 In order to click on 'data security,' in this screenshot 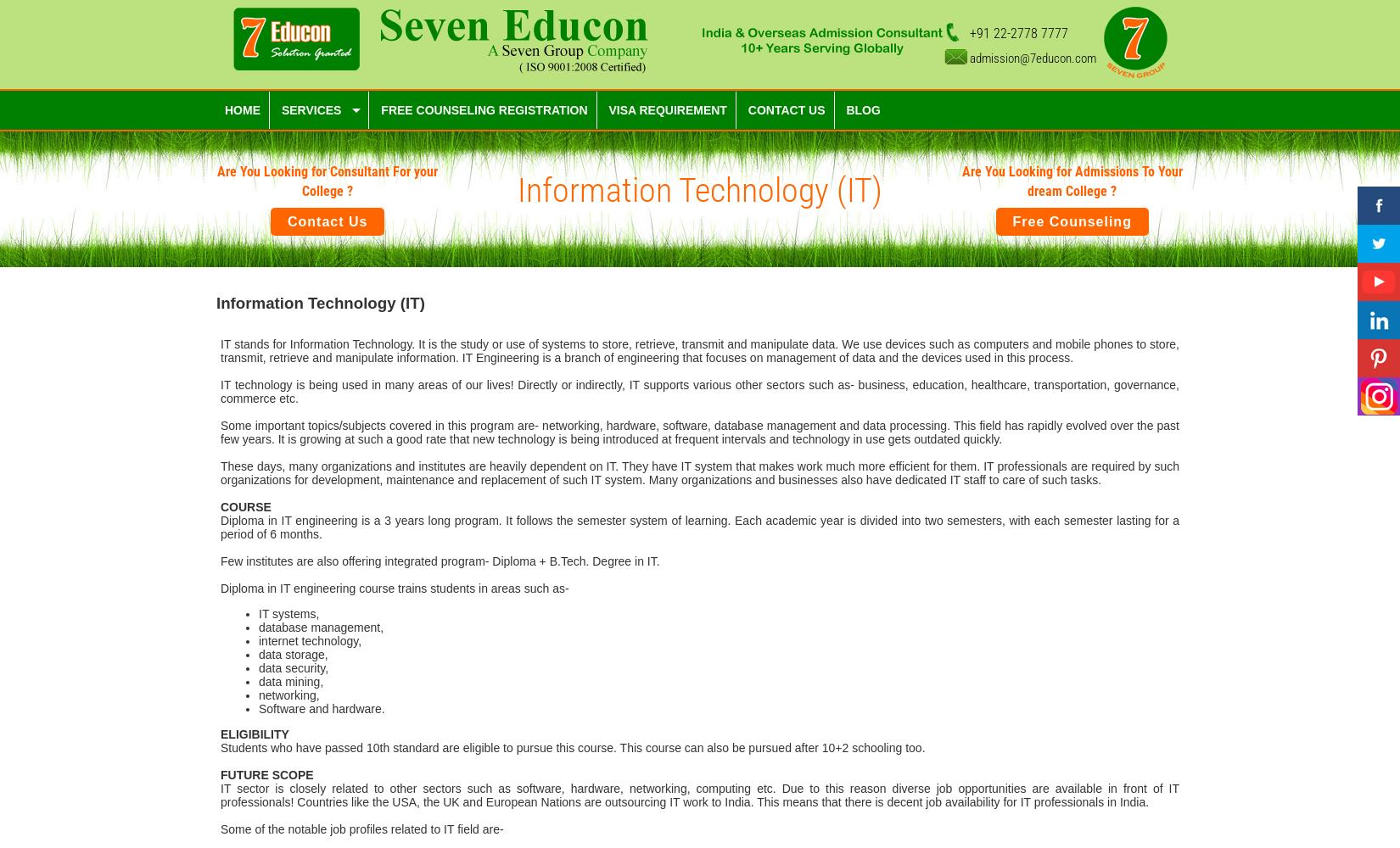, I will do `click(294, 667)`.